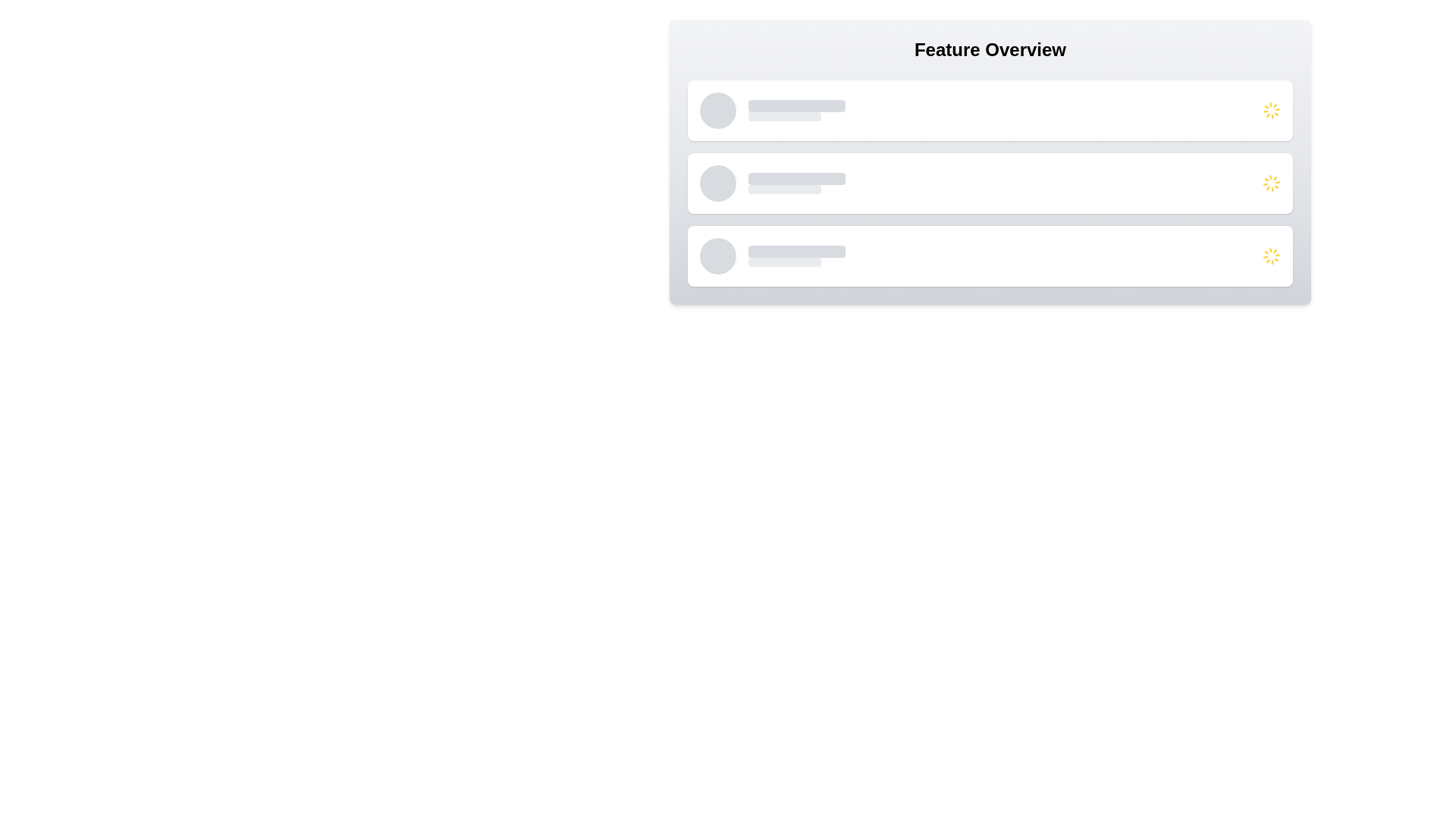 Image resolution: width=1456 pixels, height=819 pixels. I want to click on the spinning animation of the yellow circular loader icon located in the second list item of the vertical list within the 'Feature Overview' card, so click(1271, 183).